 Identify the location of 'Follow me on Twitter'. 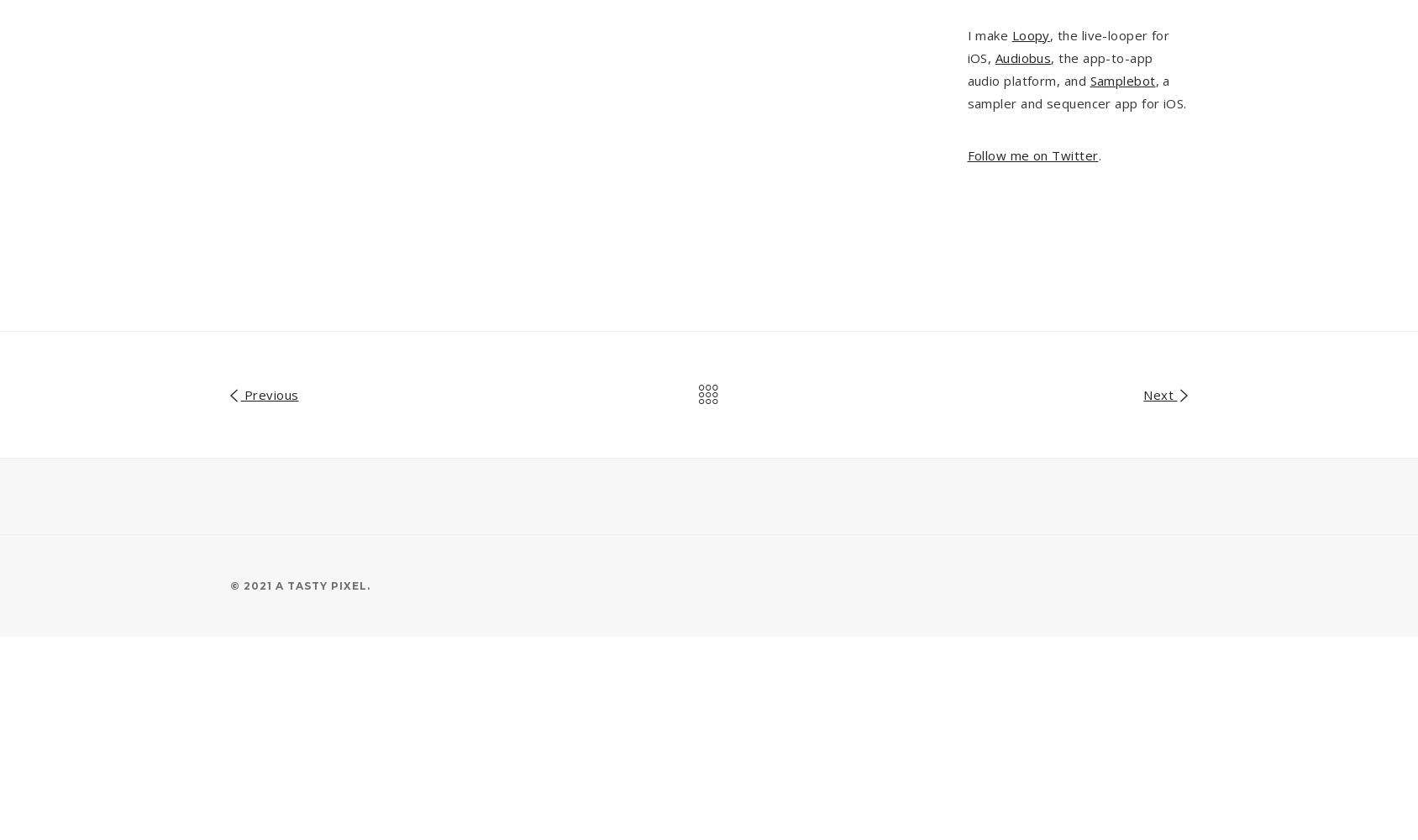
(1032, 155).